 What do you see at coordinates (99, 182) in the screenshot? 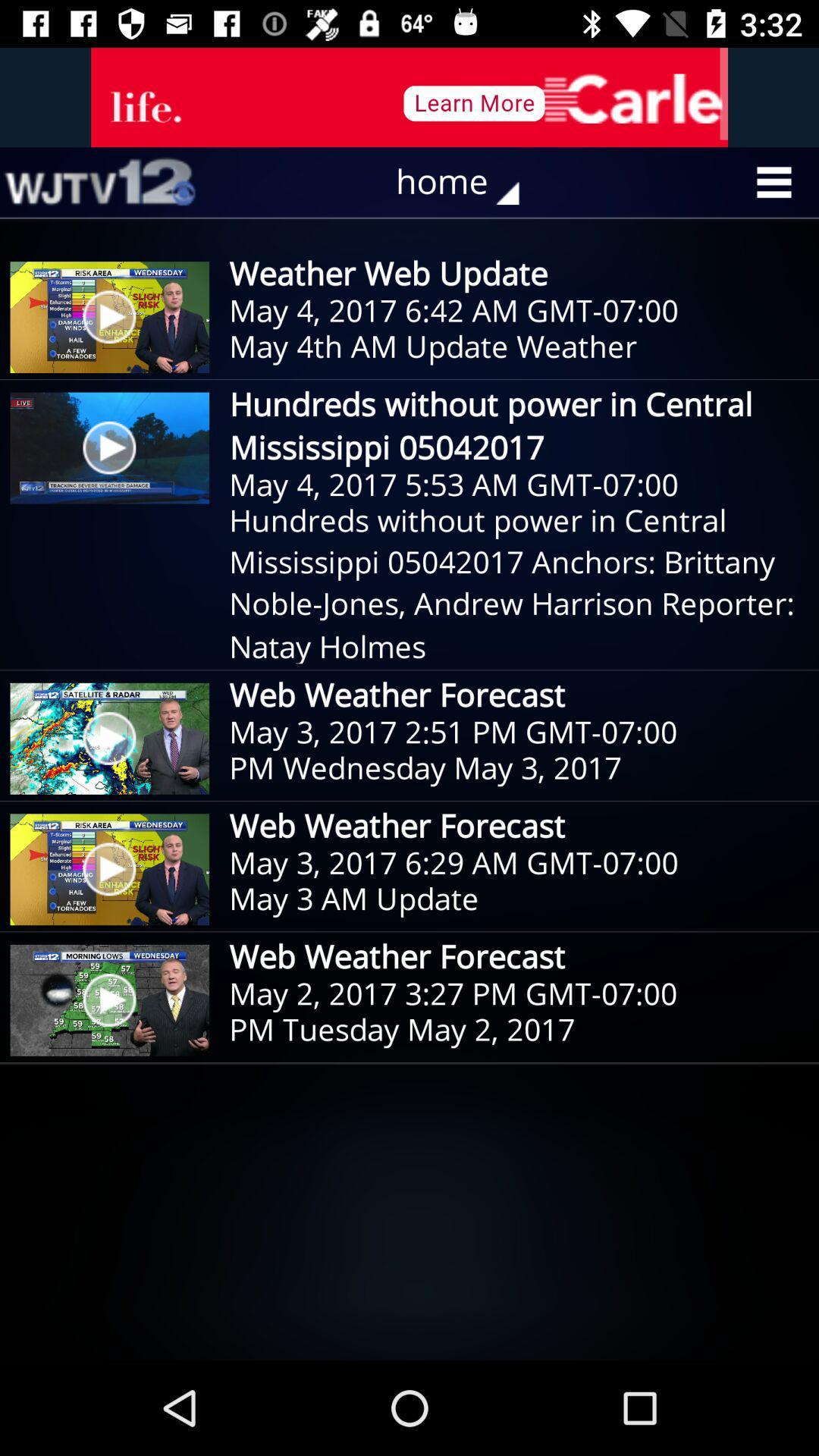
I see `item to the left of the home` at bounding box center [99, 182].